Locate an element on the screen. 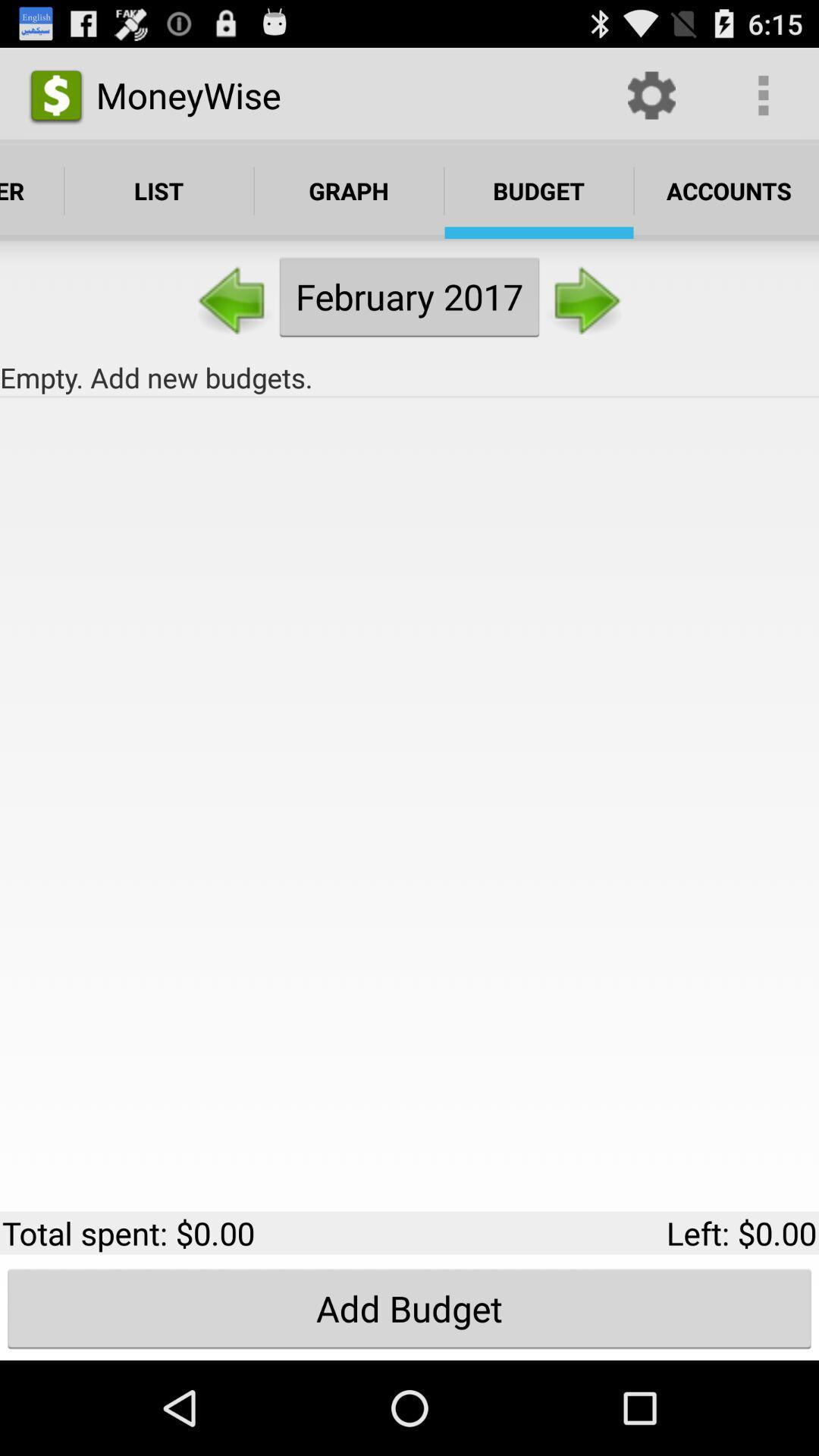 The width and height of the screenshot is (819, 1456). the add budget is located at coordinates (409, 1307).